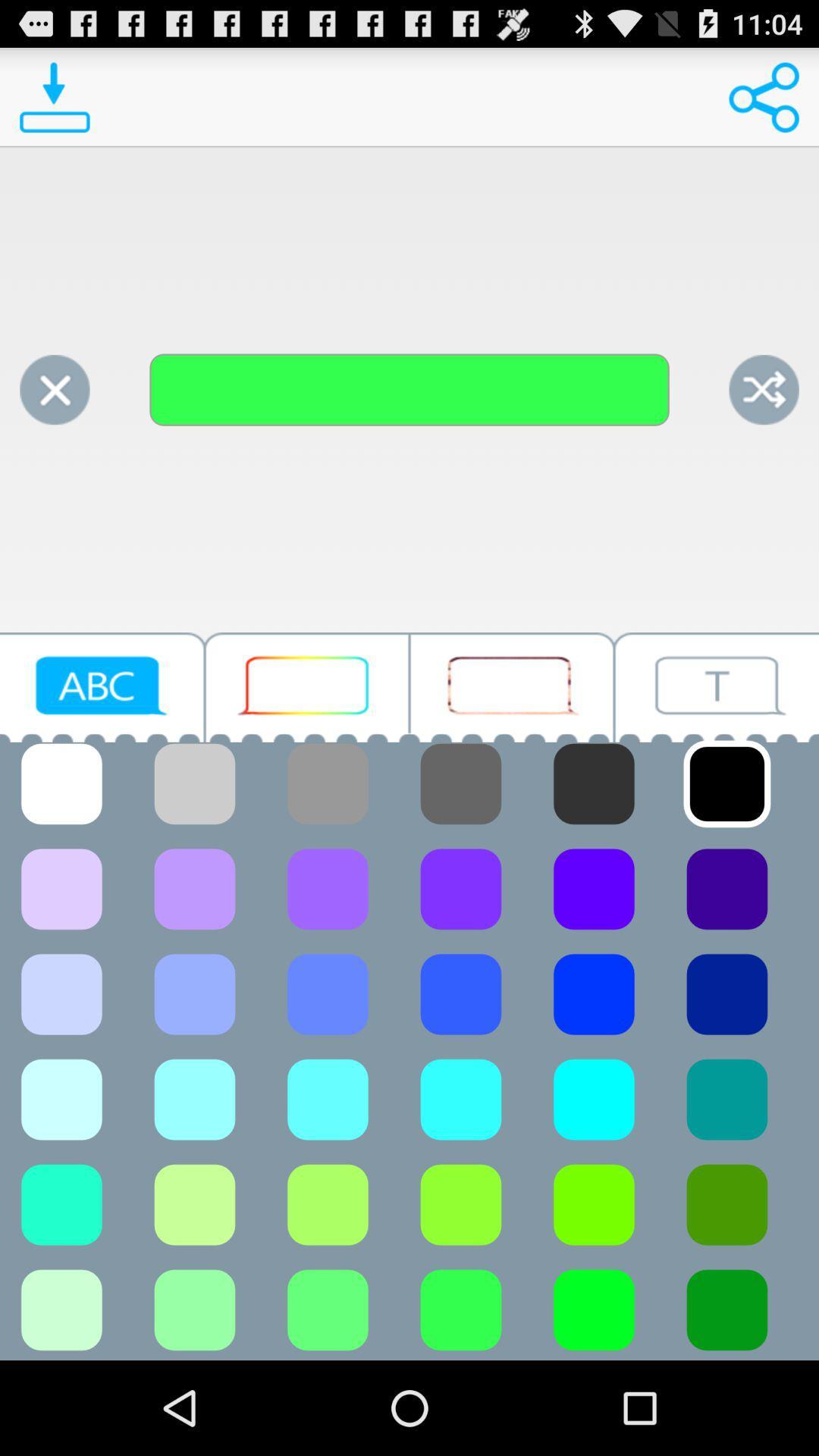  Describe the element at coordinates (512, 799) in the screenshot. I see `the more icon` at that location.